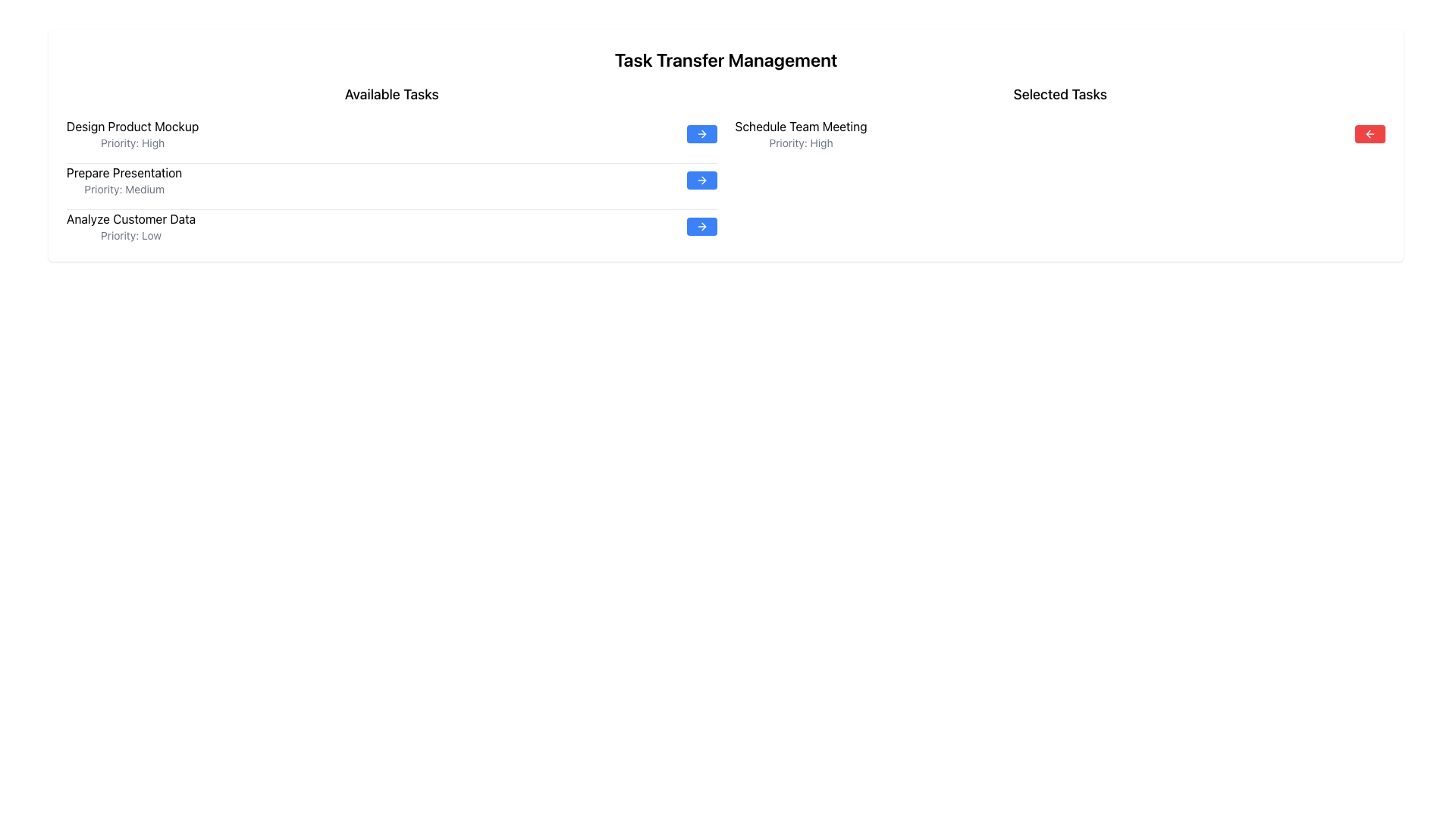 This screenshot has height=819, width=1456. Describe the element at coordinates (133, 133) in the screenshot. I see `information displayed in the textual element representing the task titled 'Design Product Mockup' with priority 'High'` at that location.